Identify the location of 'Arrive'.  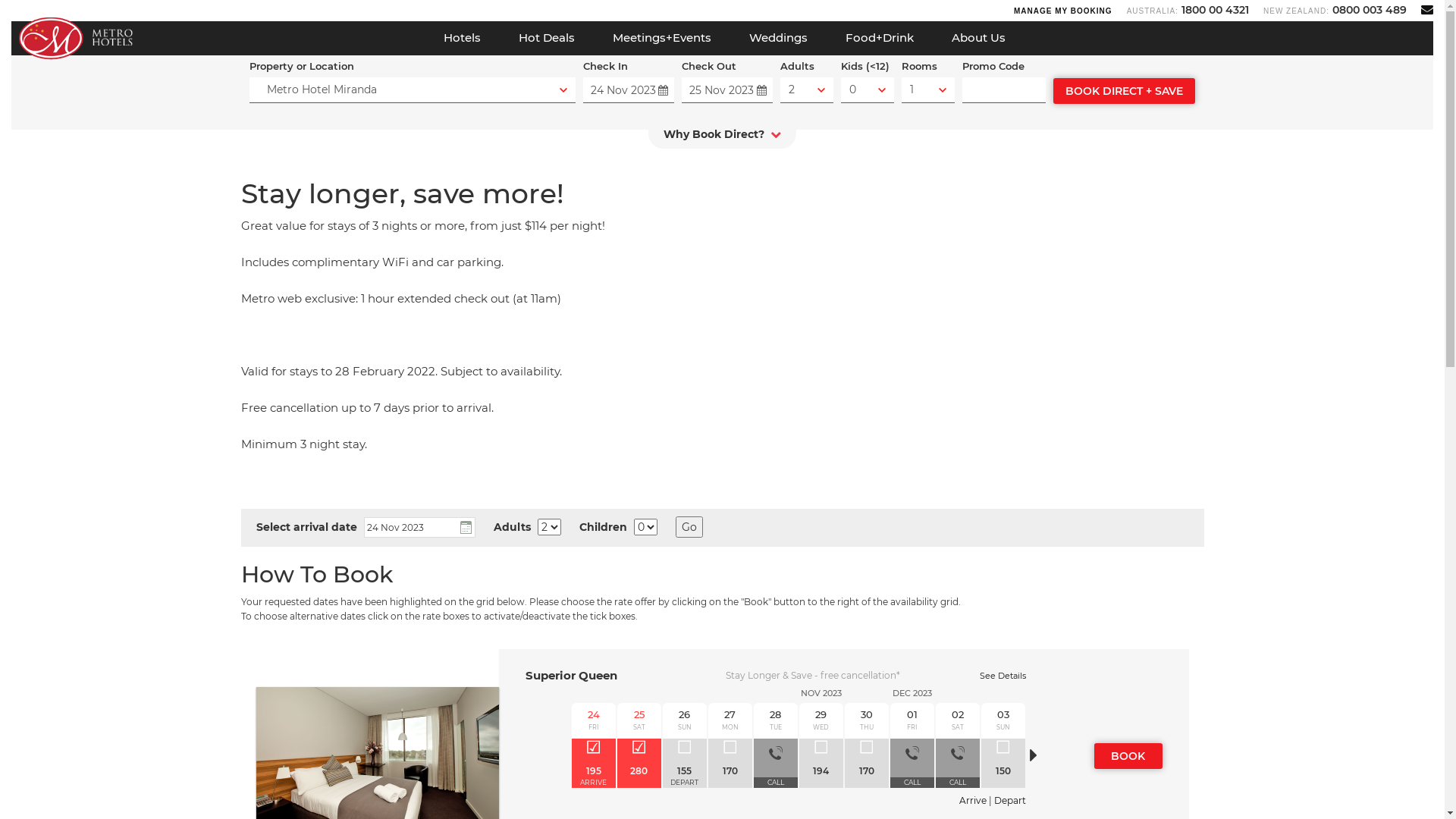
(971, 799).